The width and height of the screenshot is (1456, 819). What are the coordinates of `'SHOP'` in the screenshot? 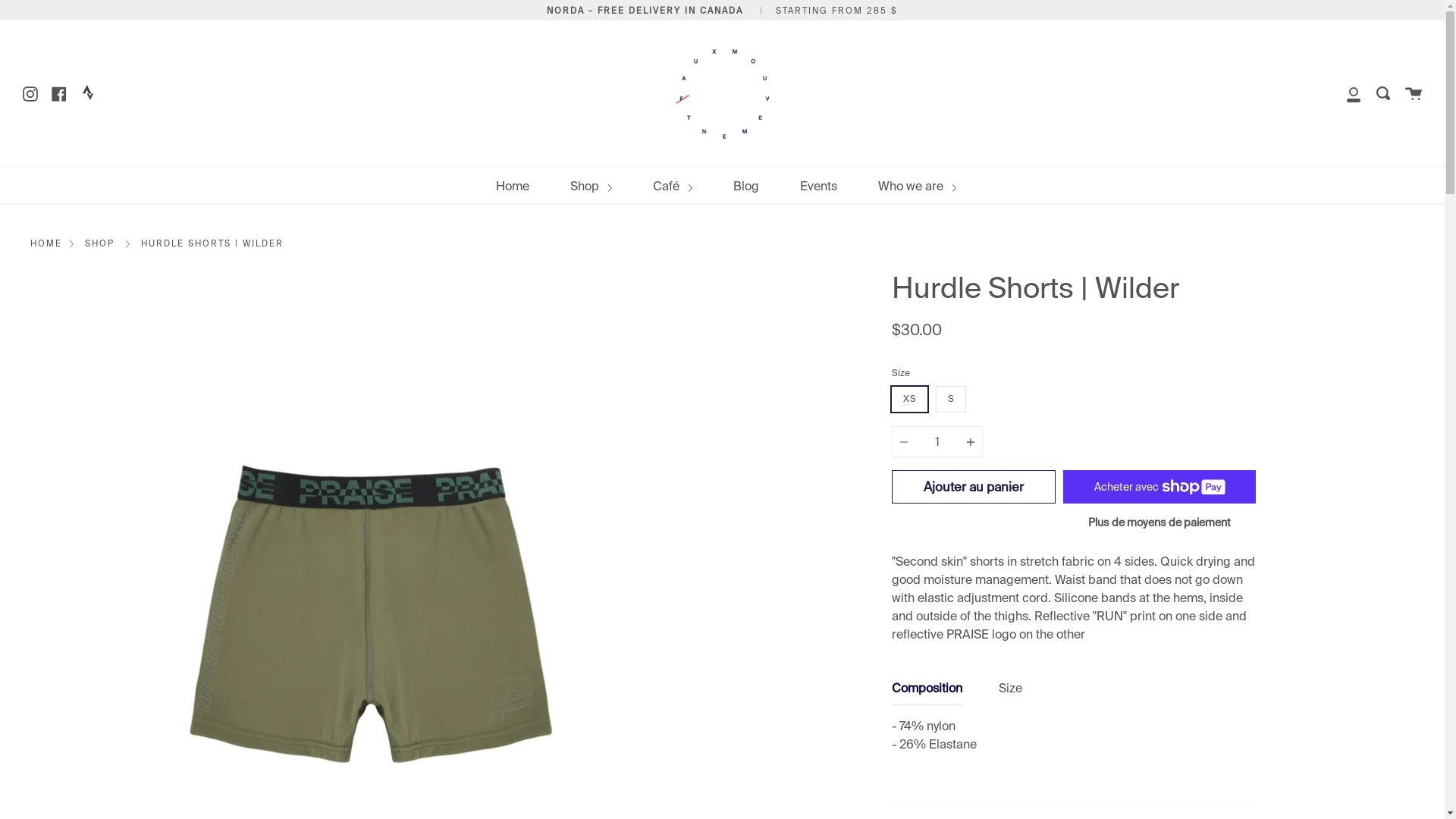 It's located at (99, 243).